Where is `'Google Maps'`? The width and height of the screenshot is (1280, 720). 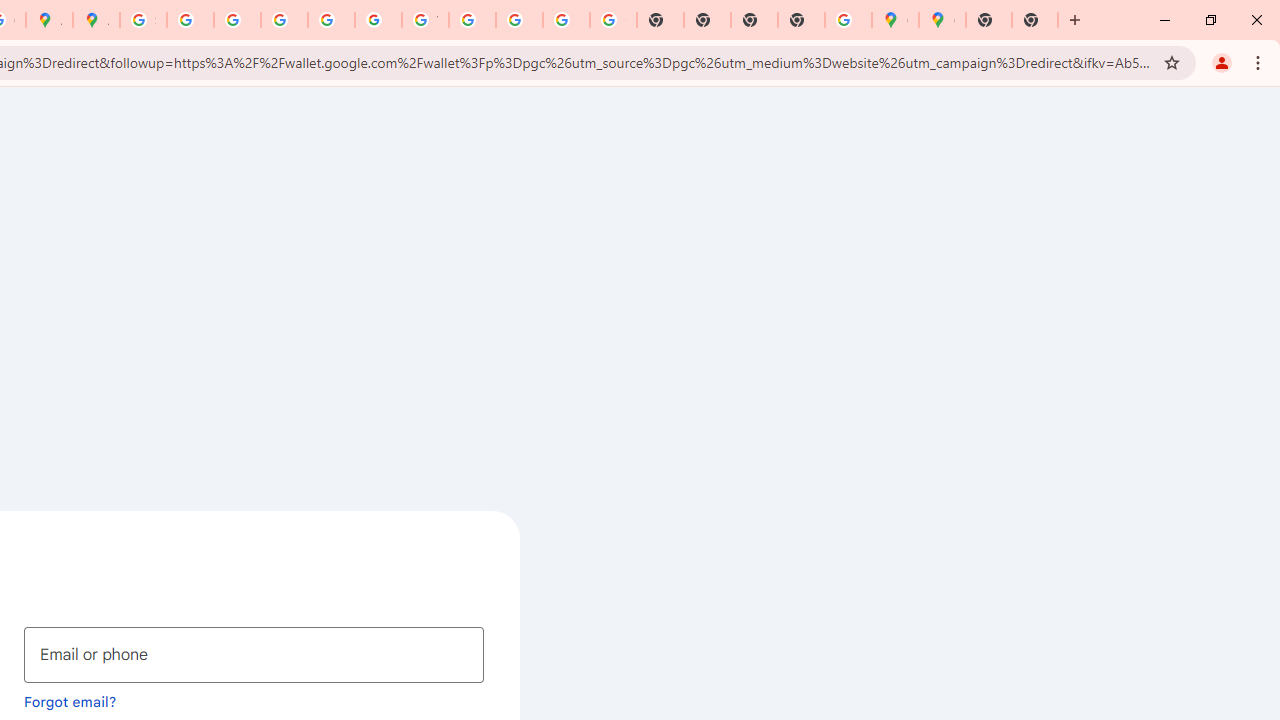
'Google Maps' is located at coordinates (894, 20).